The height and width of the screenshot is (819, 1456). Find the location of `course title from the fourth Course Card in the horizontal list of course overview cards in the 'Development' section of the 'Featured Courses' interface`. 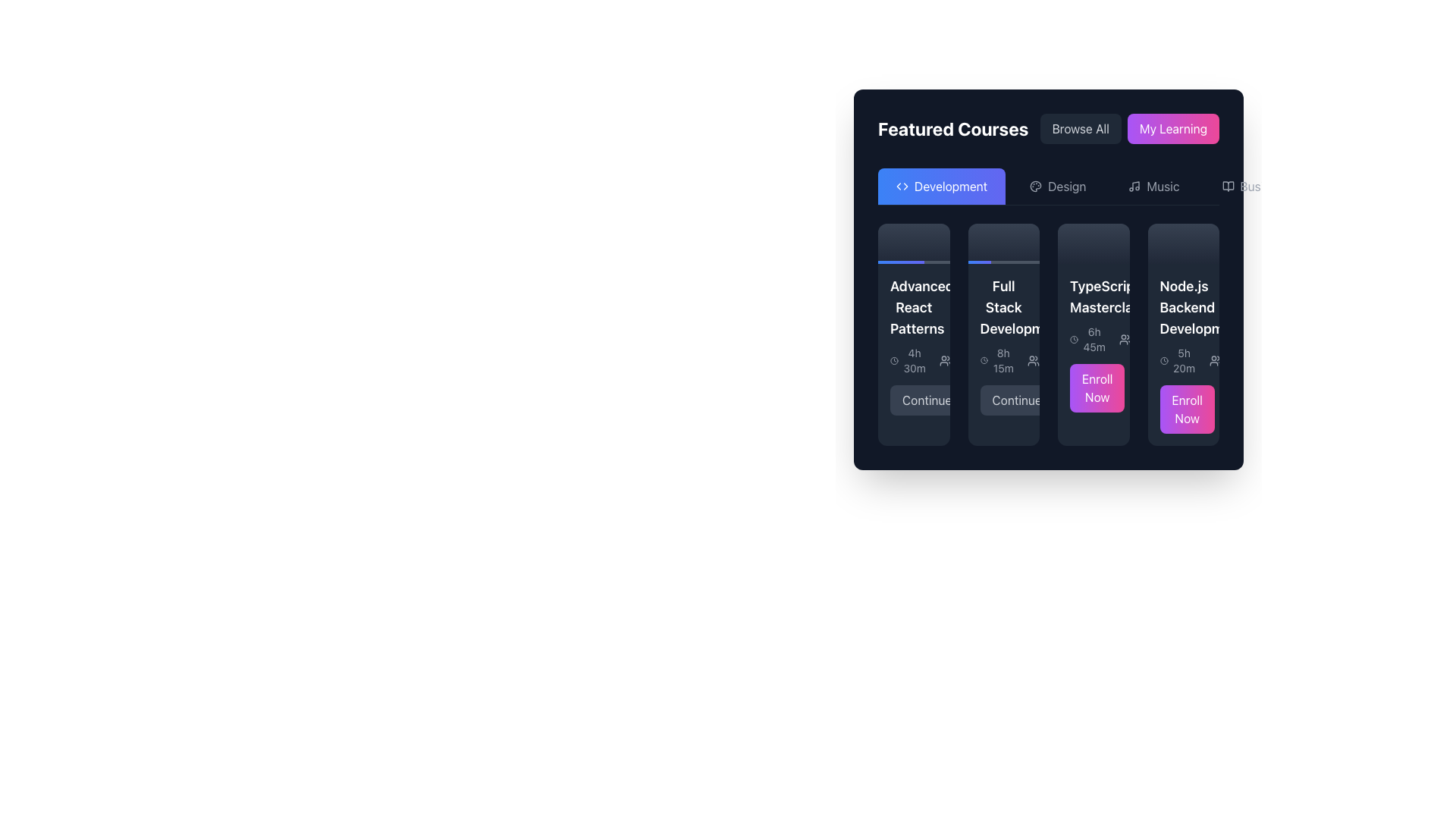

course title from the fourth Course Card in the horizontal list of course overview cards in the 'Development' section of the 'Featured Courses' interface is located at coordinates (1182, 355).